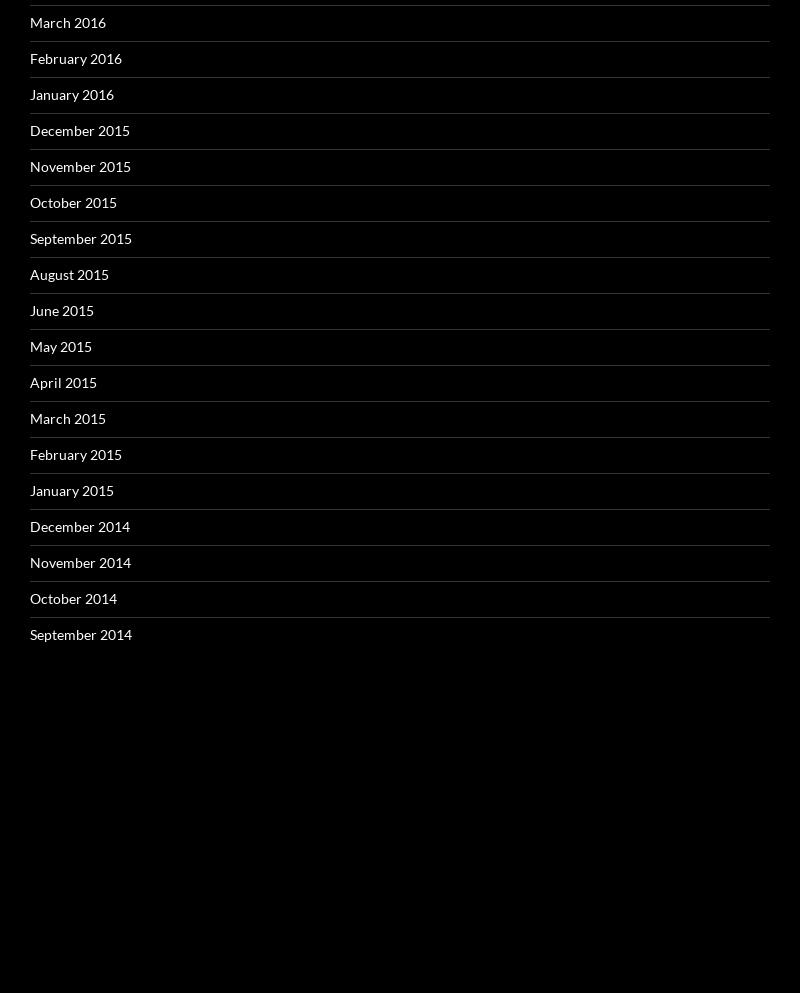  I want to click on 'December 2014', so click(80, 525).